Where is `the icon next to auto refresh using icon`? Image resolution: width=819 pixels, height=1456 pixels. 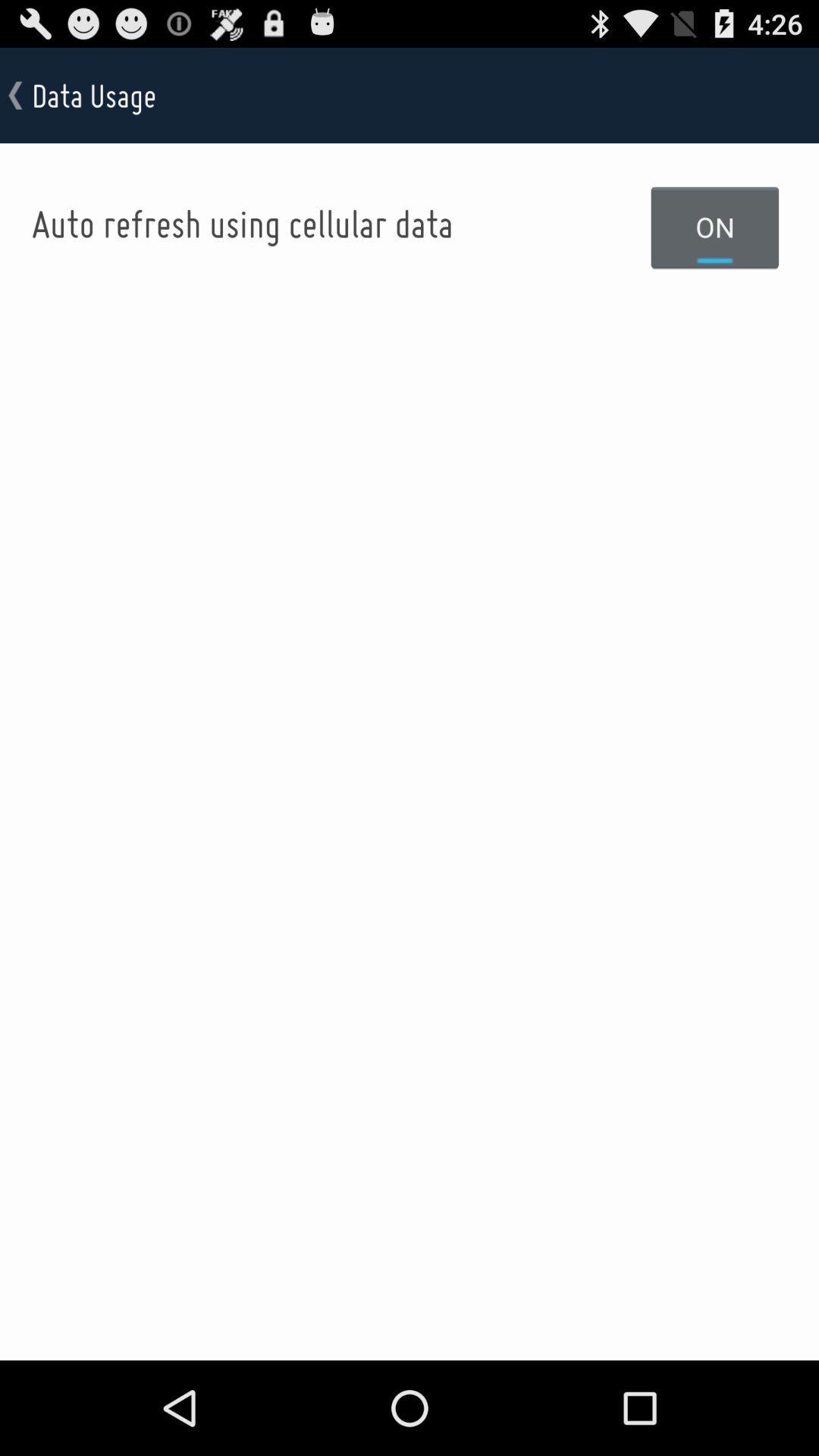 the icon next to auto refresh using icon is located at coordinates (715, 226).